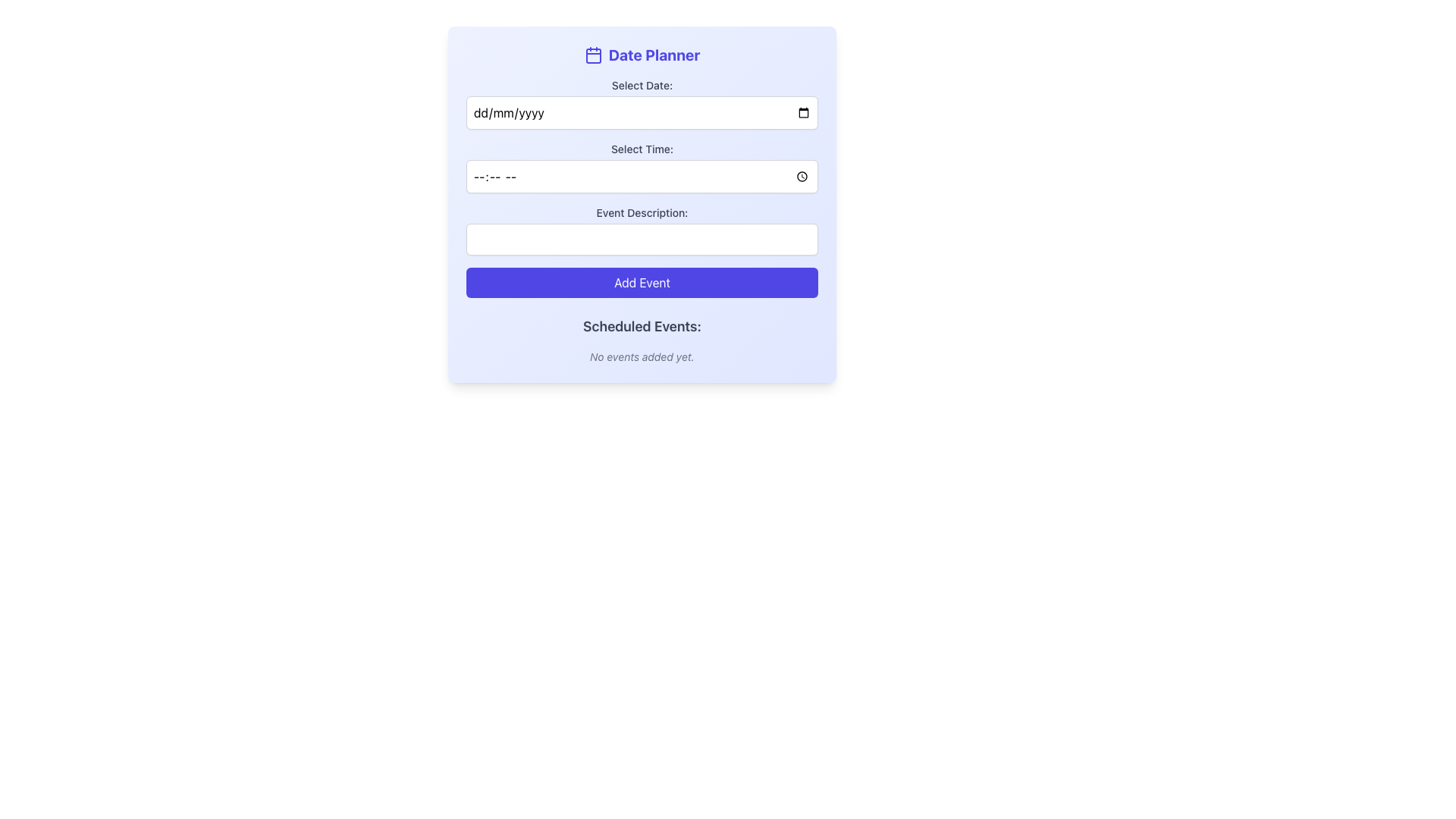 The width and height of the screenshot is (1456, 819). What do you see at coordinates (592, 55) in the screenshot?
I see `the decorative rectangular component with rounded corners inside the calendar icon in the 'Date Planner' interface` at bounding box center [592, 55].